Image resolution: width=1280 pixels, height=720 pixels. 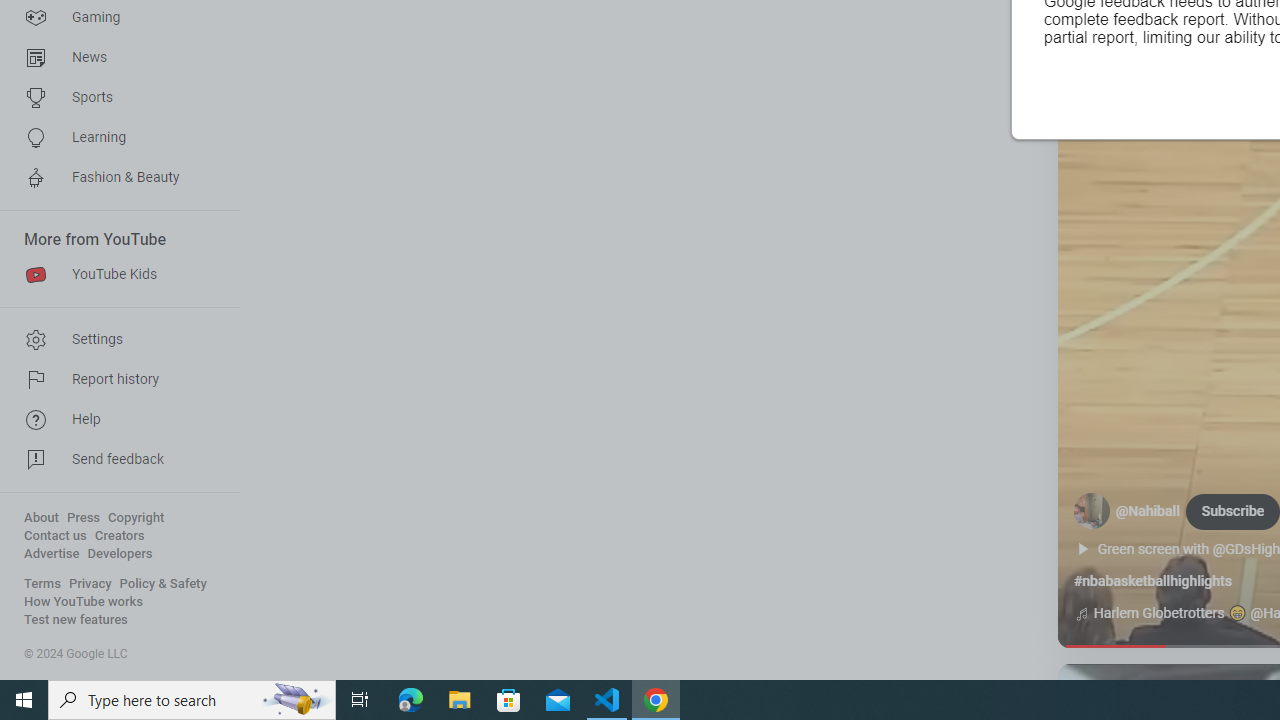 What do you see at coordinates (112, 97) in the screenshot?
I see `'Sports'` at bounding box center [112, 97].